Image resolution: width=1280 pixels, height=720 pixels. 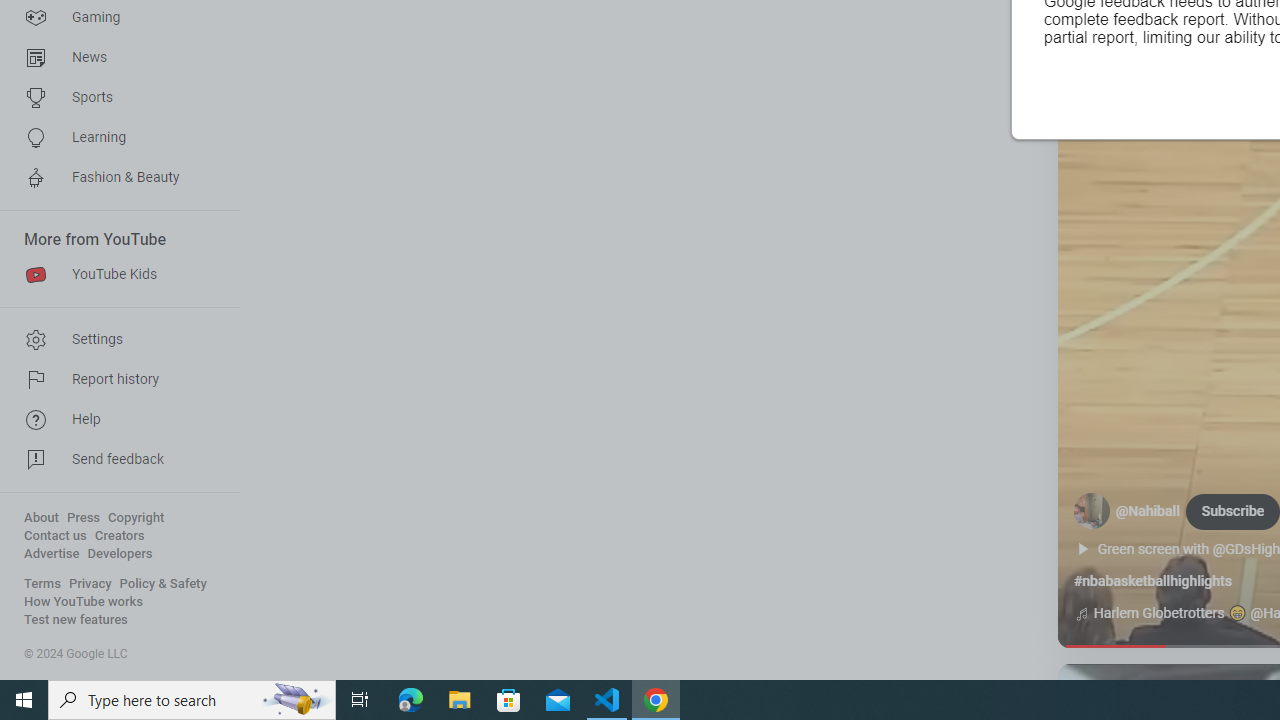 What do you see at coordinates (112, 97) in the screenshot?
I see `'Sports'` at bounding box center [112, 97].